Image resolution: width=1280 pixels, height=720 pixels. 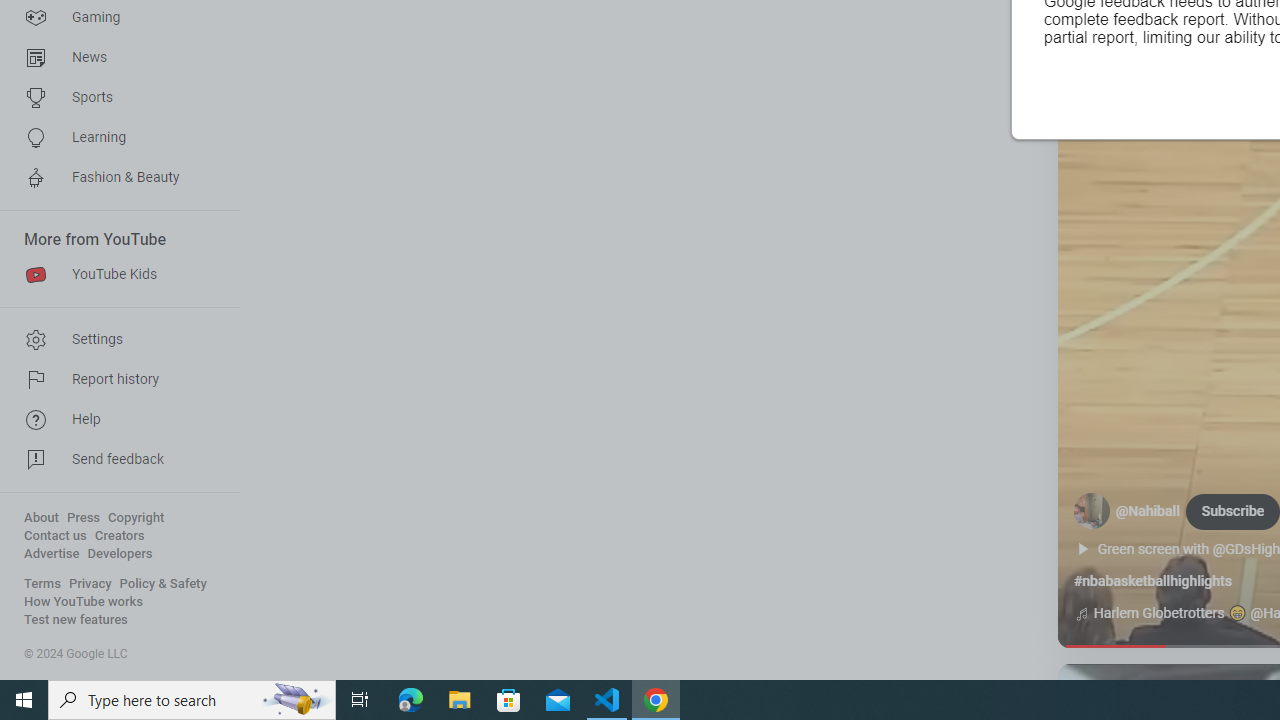 What do you see at coordinates (112, 97) in the screenshot?
I see `'Sports'` at bounding box center [112, 97].